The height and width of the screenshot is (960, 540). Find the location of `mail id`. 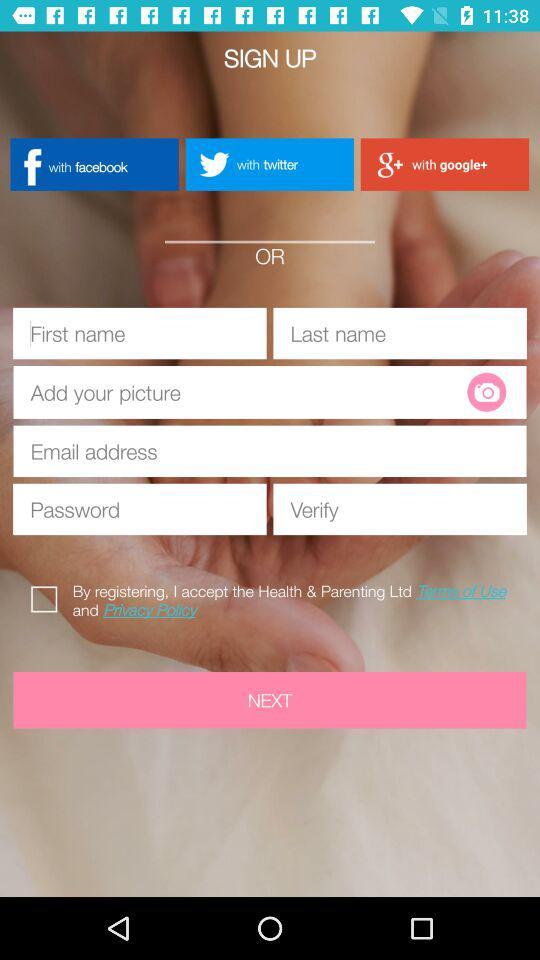

mail id is located at coordinates (270, 451).